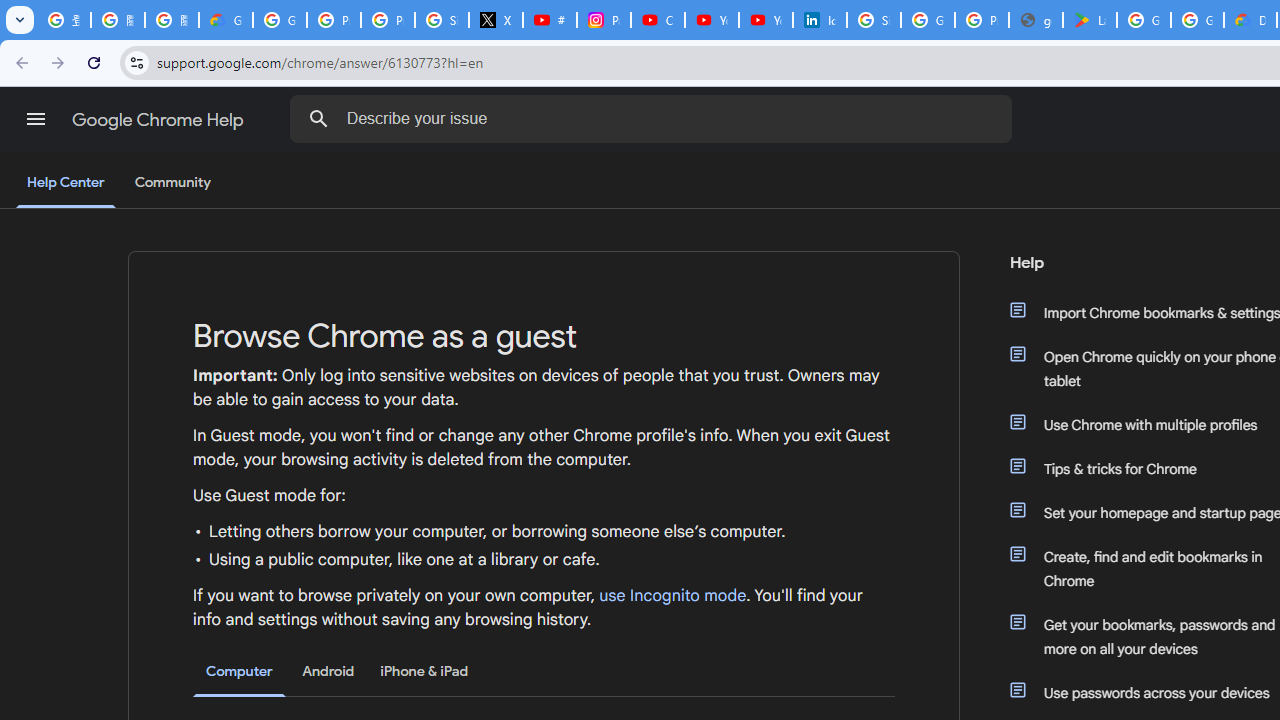  Describe the element at coordinates (496, 20) in the screenshot. I see `'X'` at that location.